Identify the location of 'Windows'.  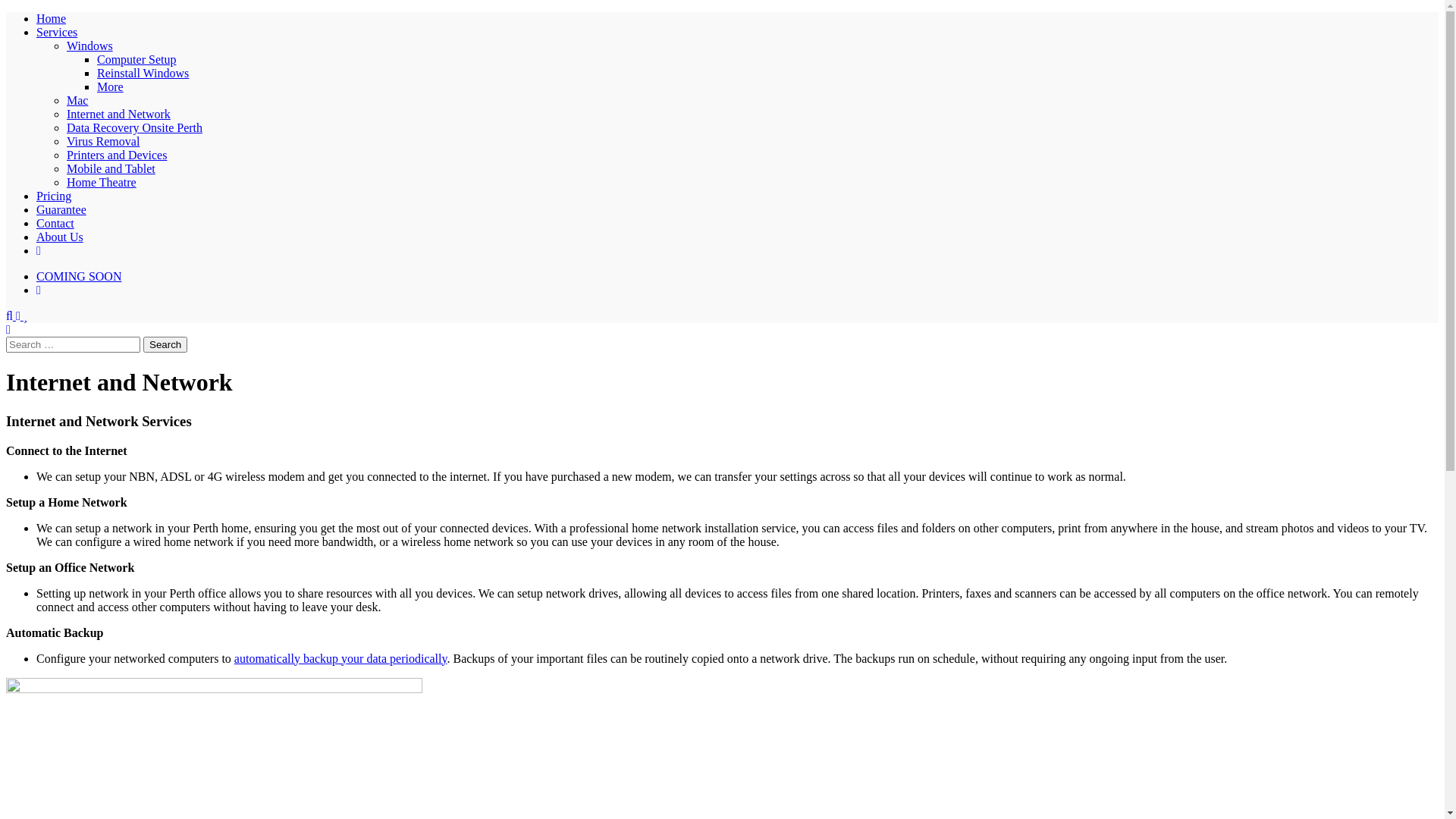
(89, 45).